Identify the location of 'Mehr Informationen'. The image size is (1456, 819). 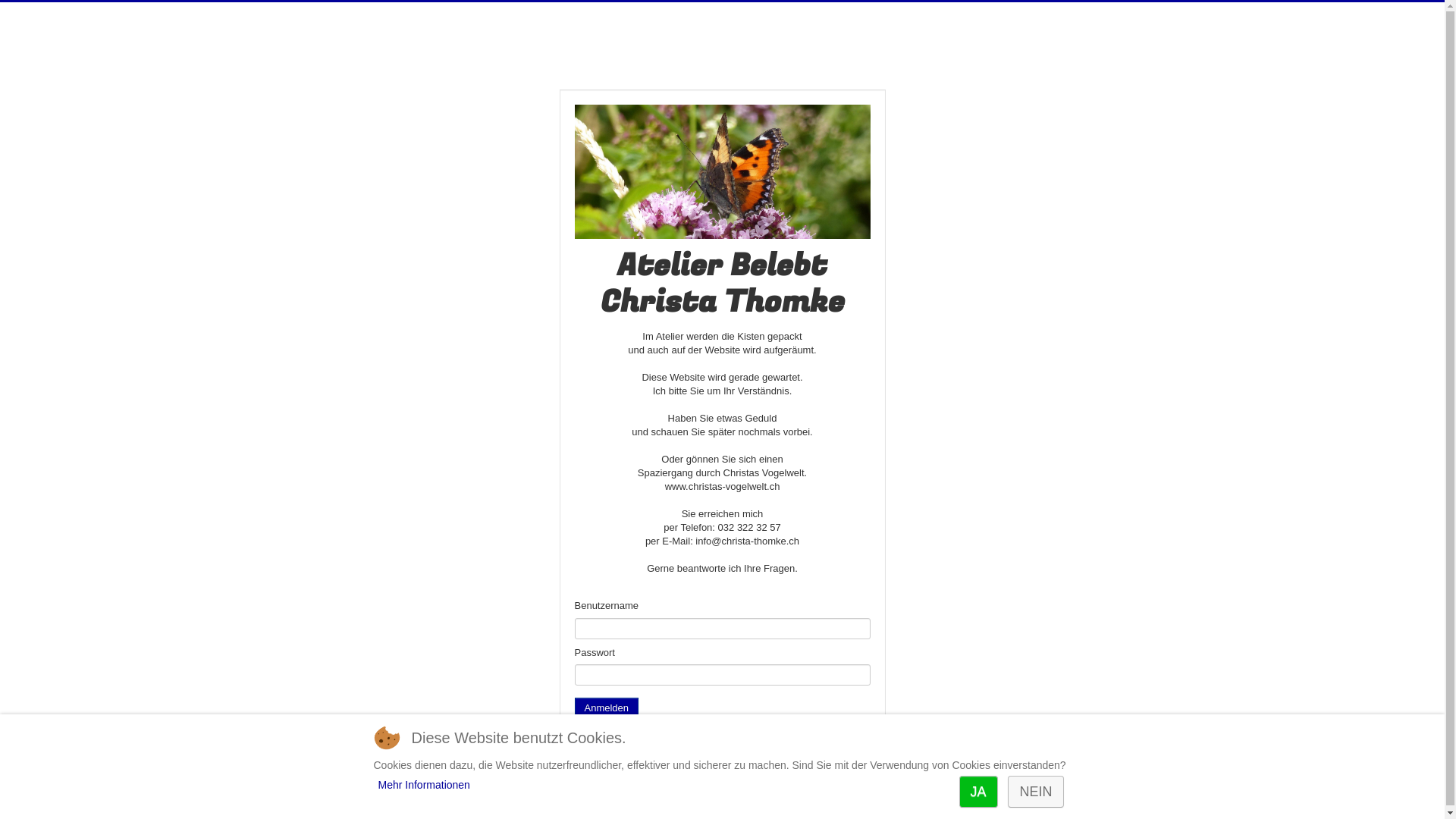
(423, 784).